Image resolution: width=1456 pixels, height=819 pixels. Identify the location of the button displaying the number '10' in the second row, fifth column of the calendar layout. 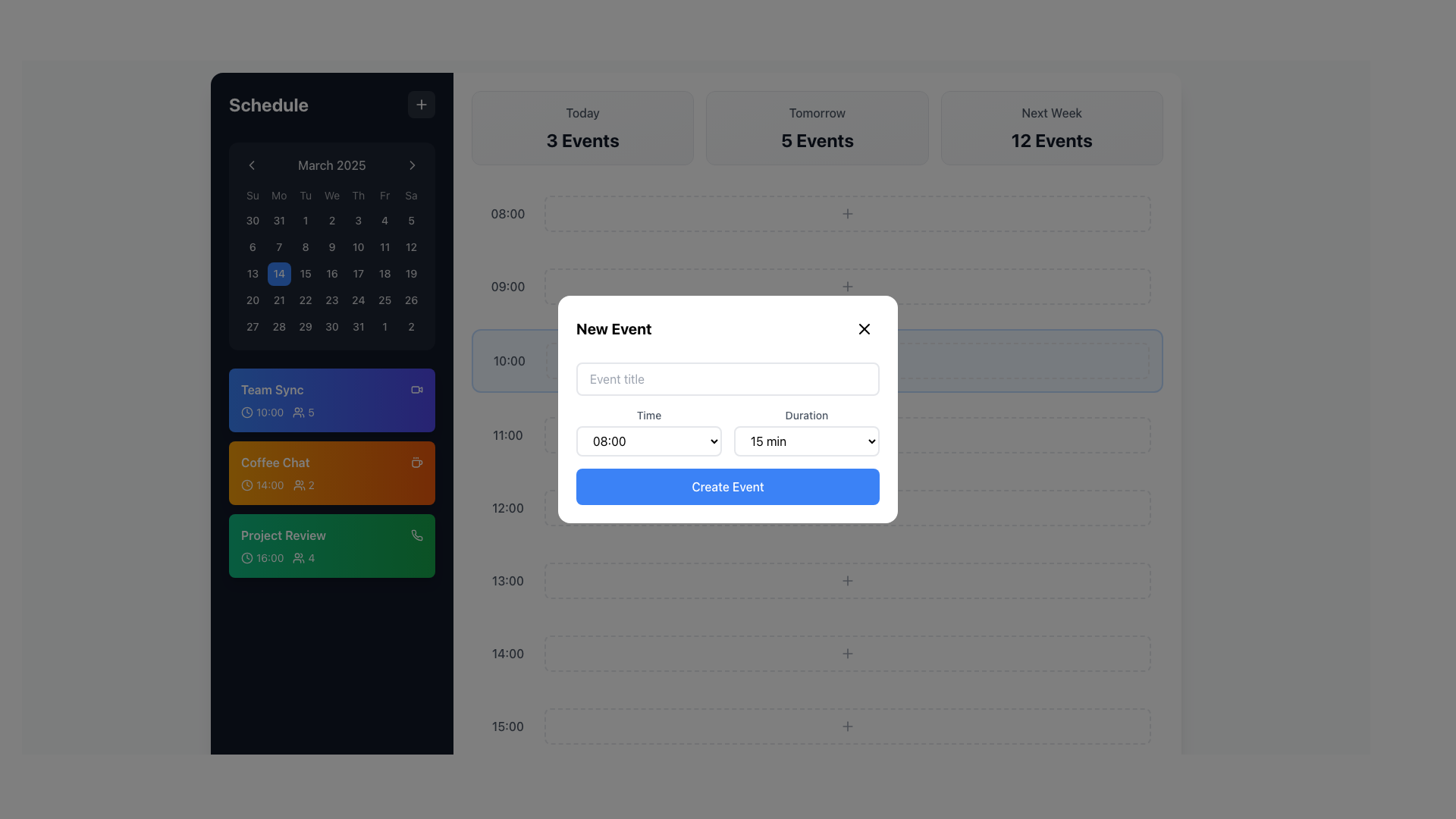
(357, 246).